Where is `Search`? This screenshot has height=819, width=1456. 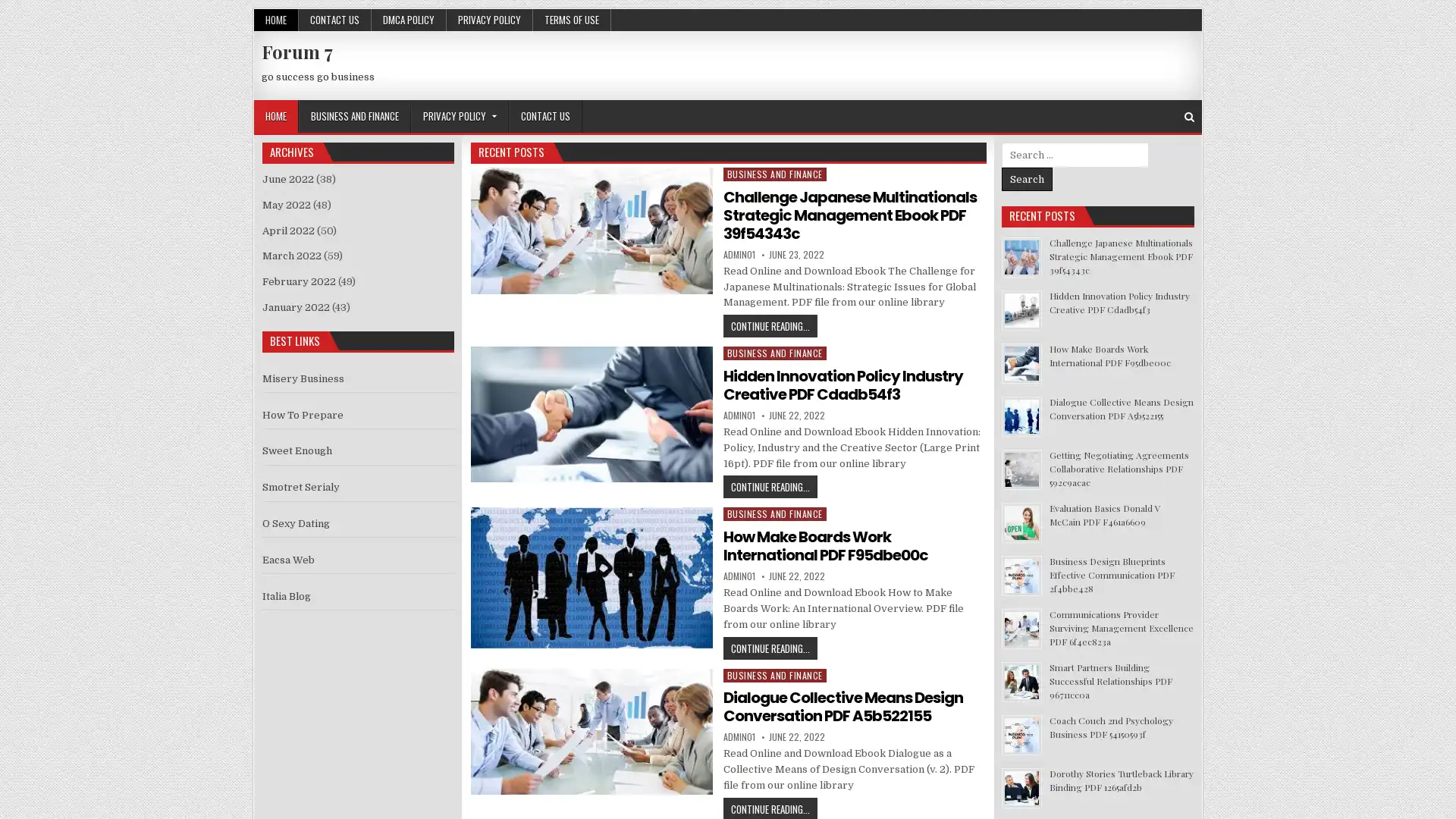 Search is located at coordinates (1027, 178).